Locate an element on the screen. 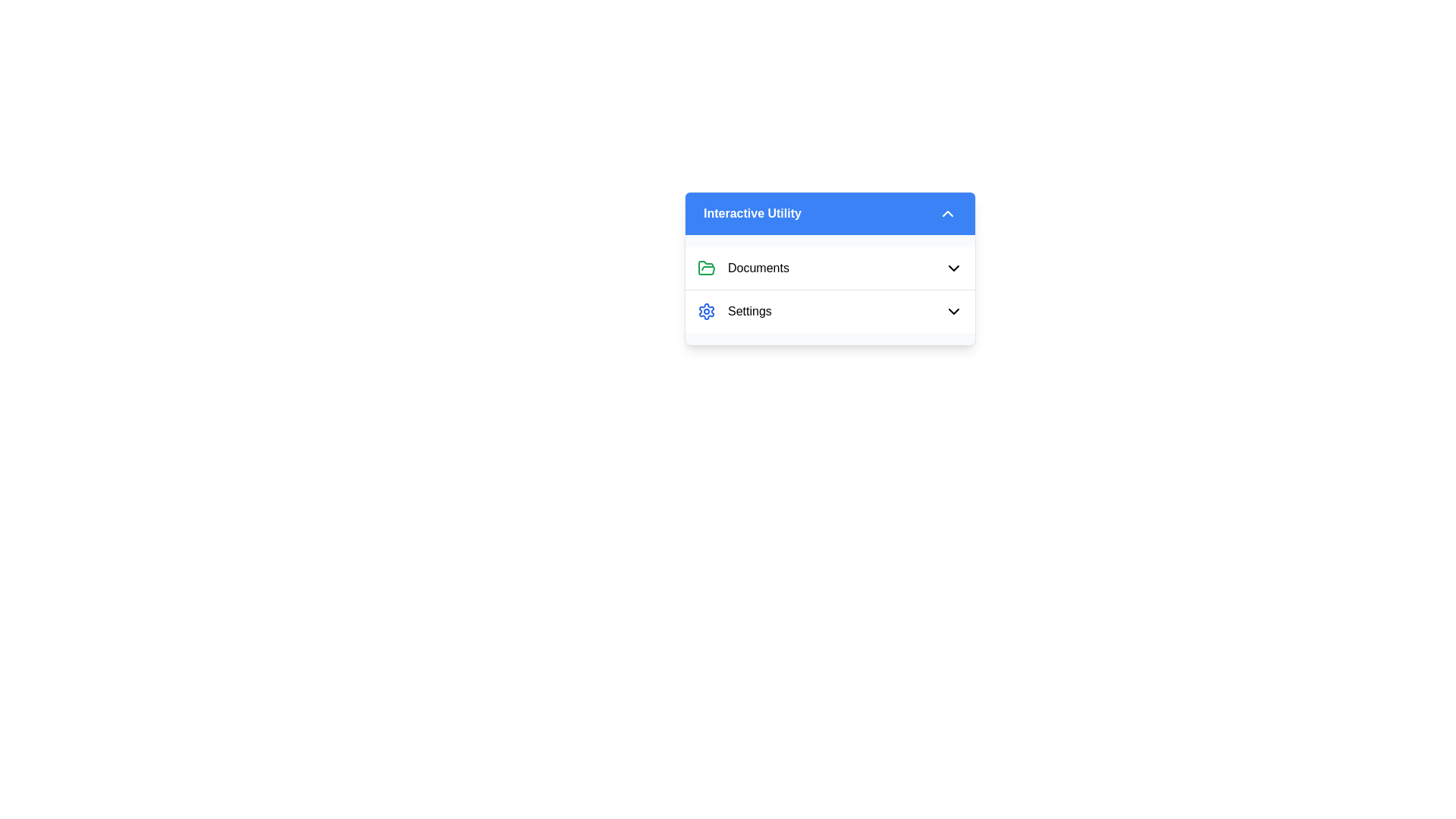 The image size is (1456, 819). the green folder icon located in the top row of the 'Interactive Utility' dropdown panel, which is the first icon to the left of the text 'Documents' is located at coordinates (705, 268).